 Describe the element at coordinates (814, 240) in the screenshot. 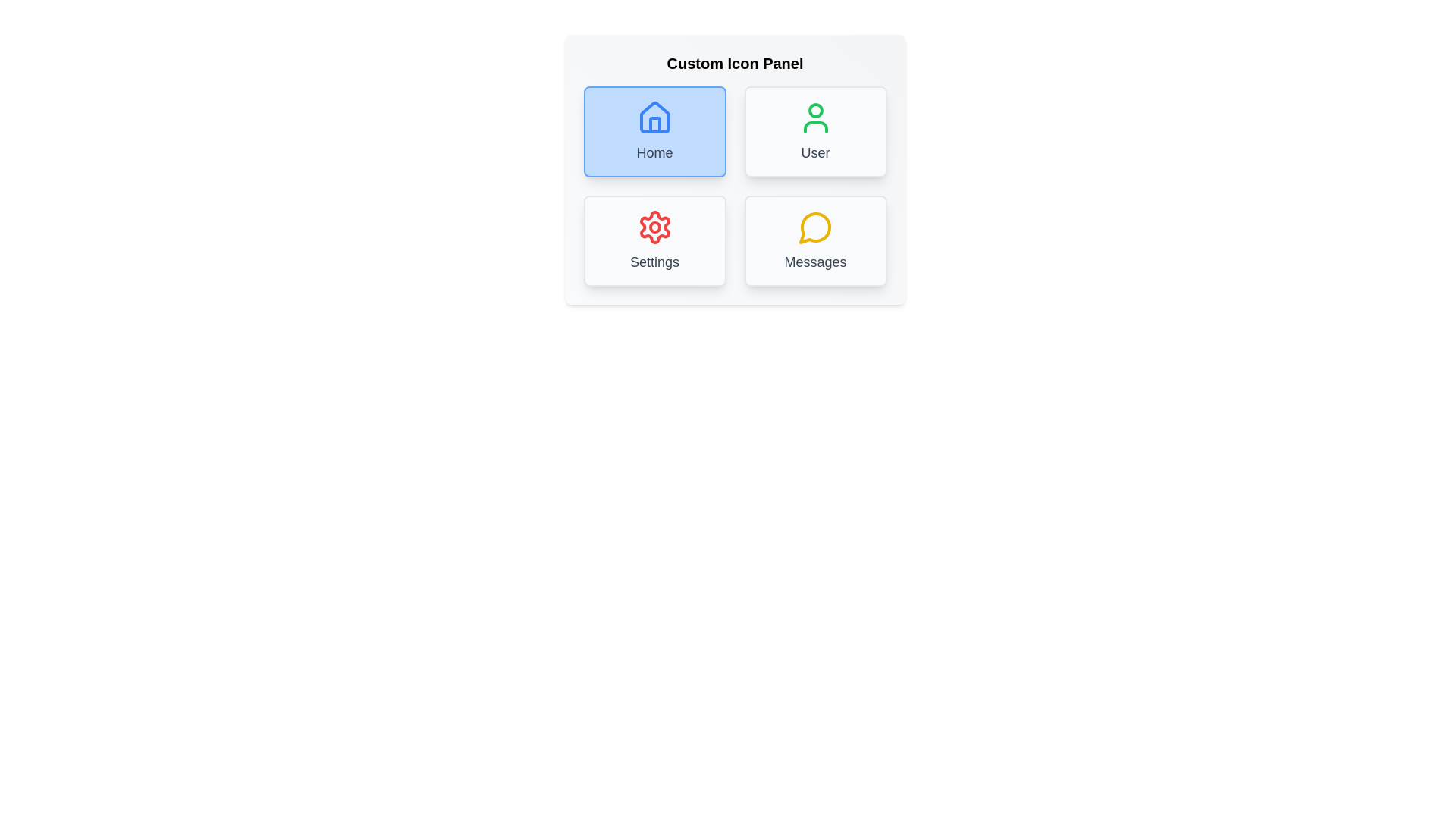

I see `the Messages icon to observe its hover effect` at that location.